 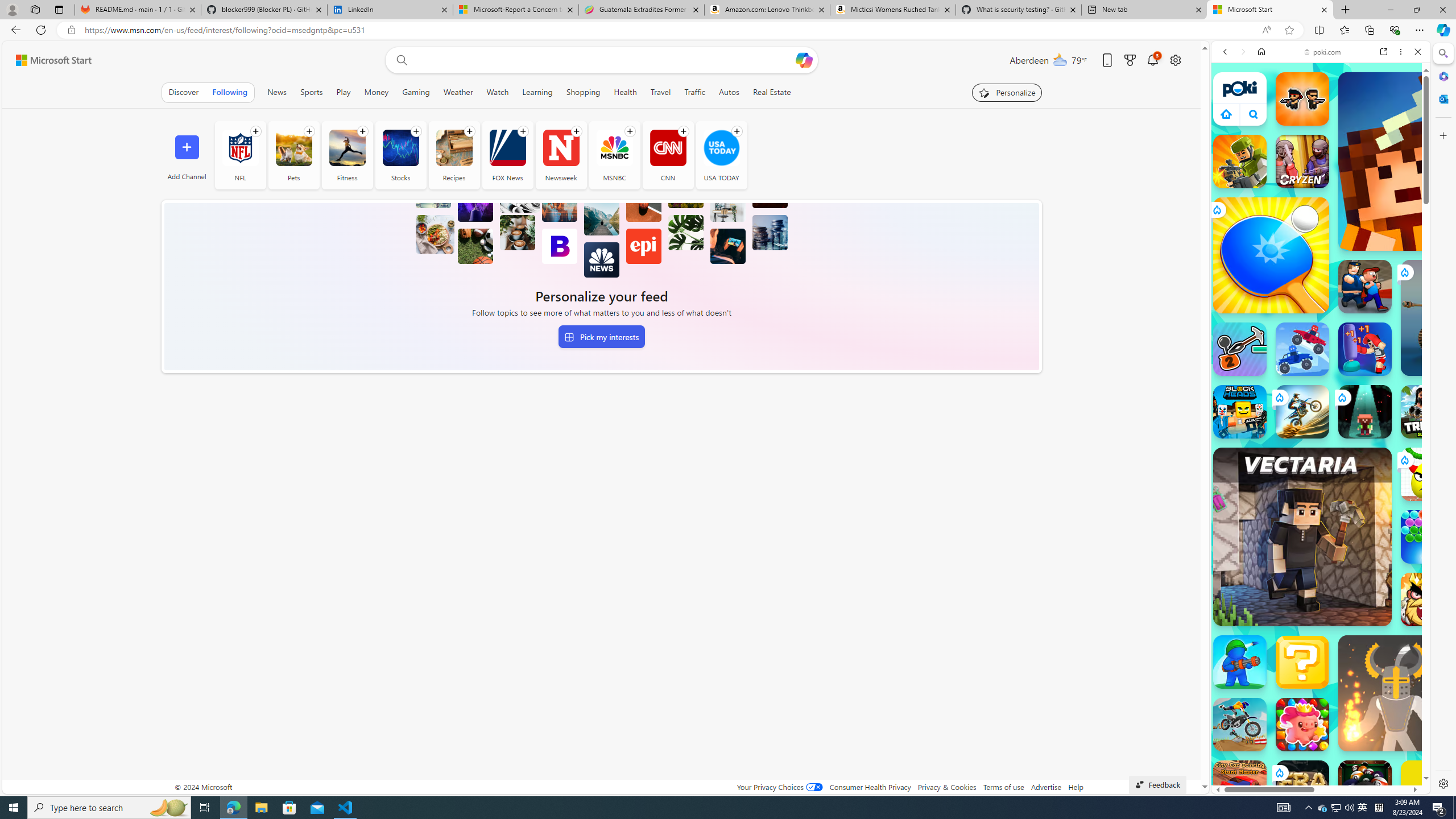 I want to click on 'Ragdoll Hit', so click(x=1396, y=692).